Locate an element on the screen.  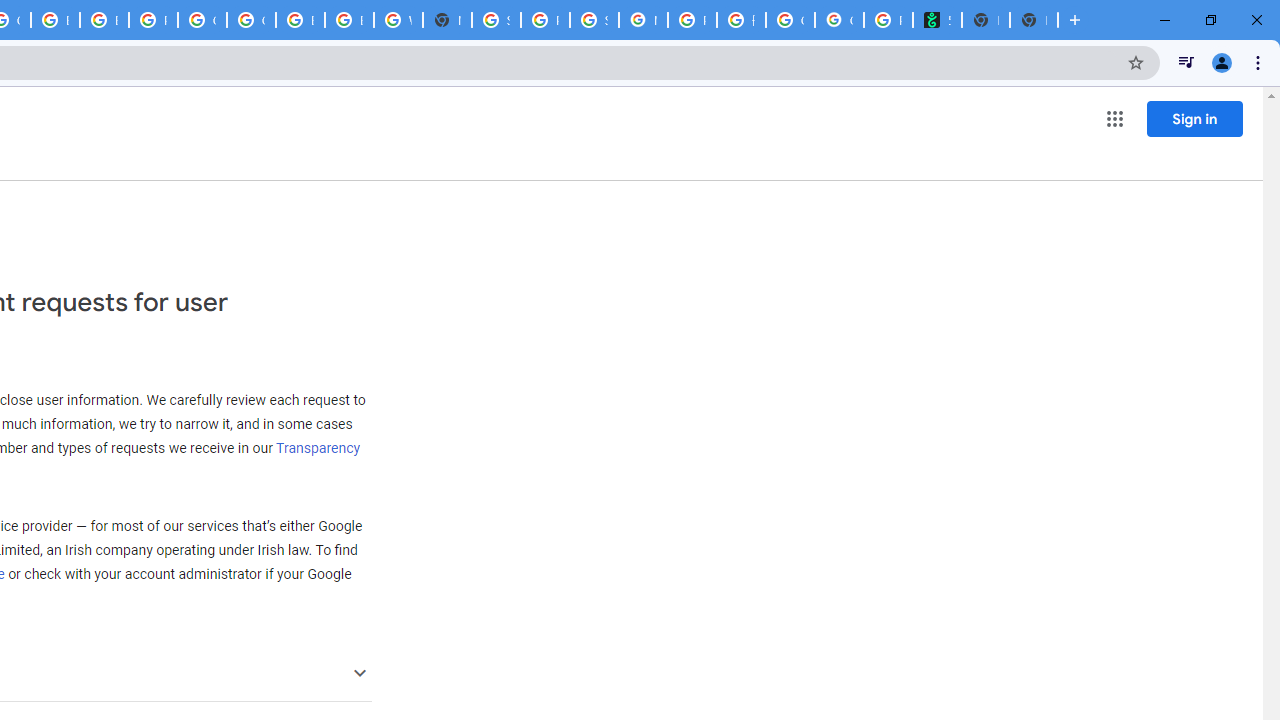
'Sign in - Google Accounts' is located at coordinates (496, 20).